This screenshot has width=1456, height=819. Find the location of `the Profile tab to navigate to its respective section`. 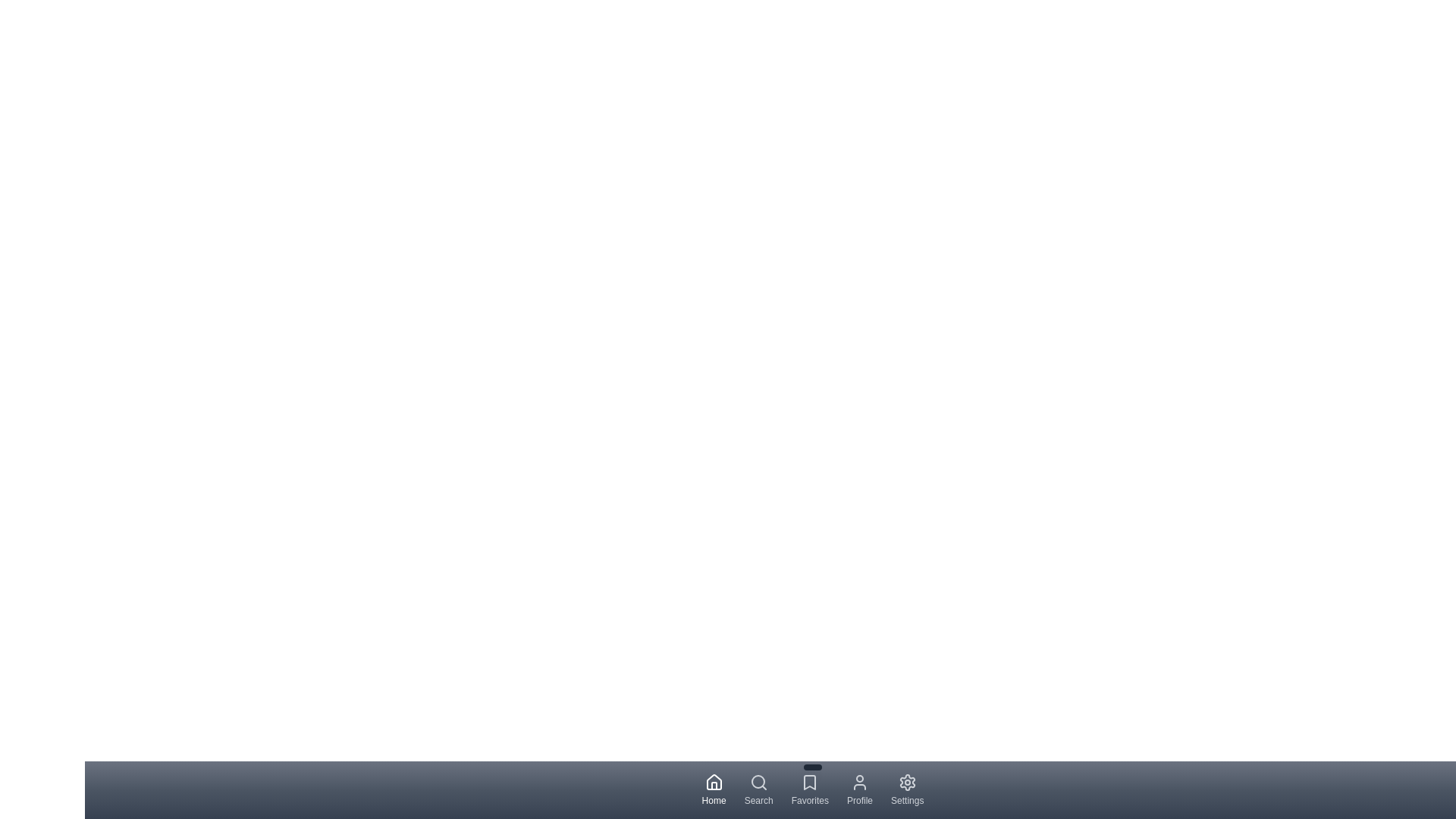

the Profile tab to navigate to its respective section is located at coordinates (859, 789).